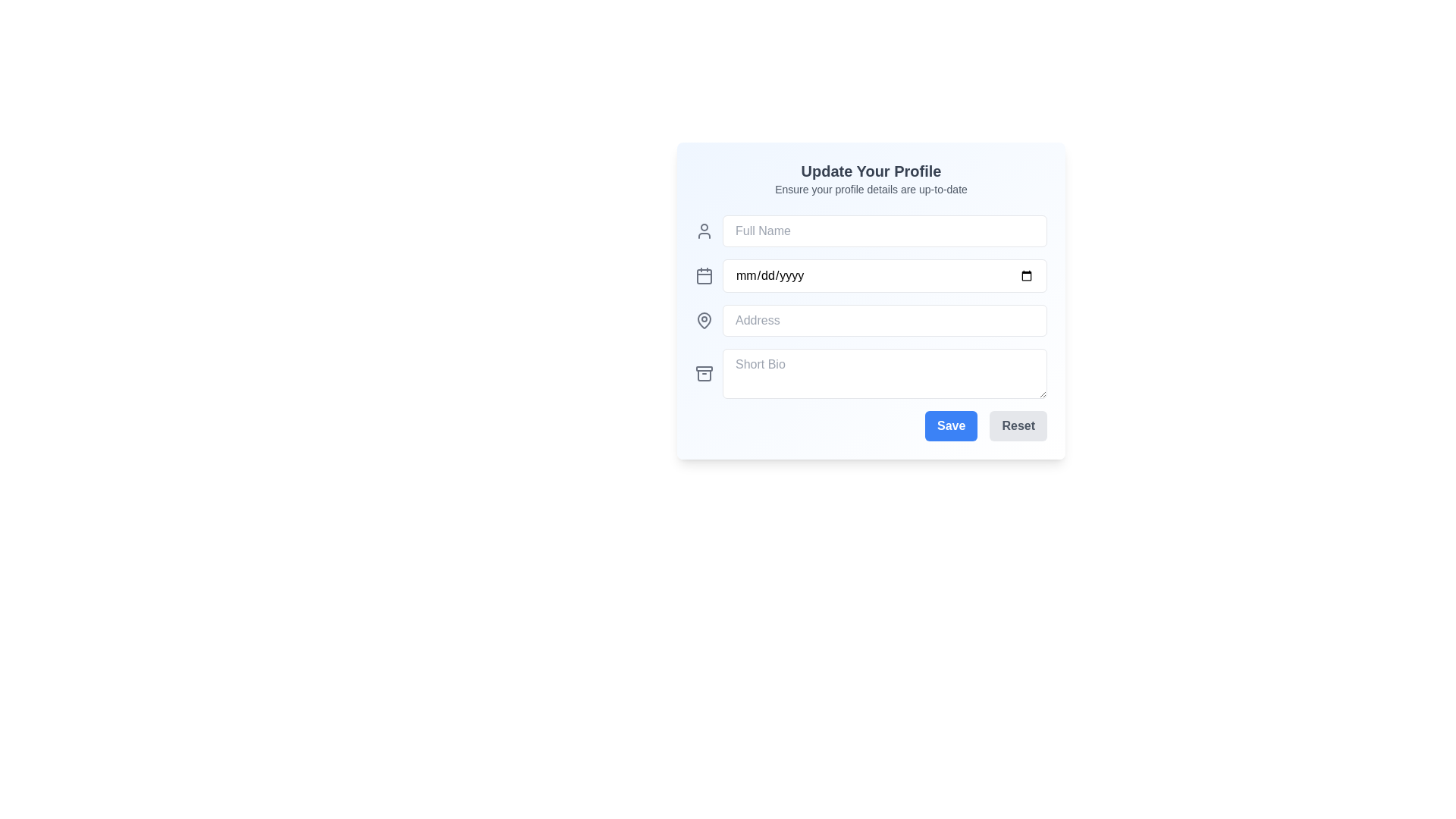  What do you see at coordinates (704, 375) in the screenshot?
I see `the decorative icon located at the bottom of the vertical stack of icons on the left side of the form` at bounding box center [704, 375].